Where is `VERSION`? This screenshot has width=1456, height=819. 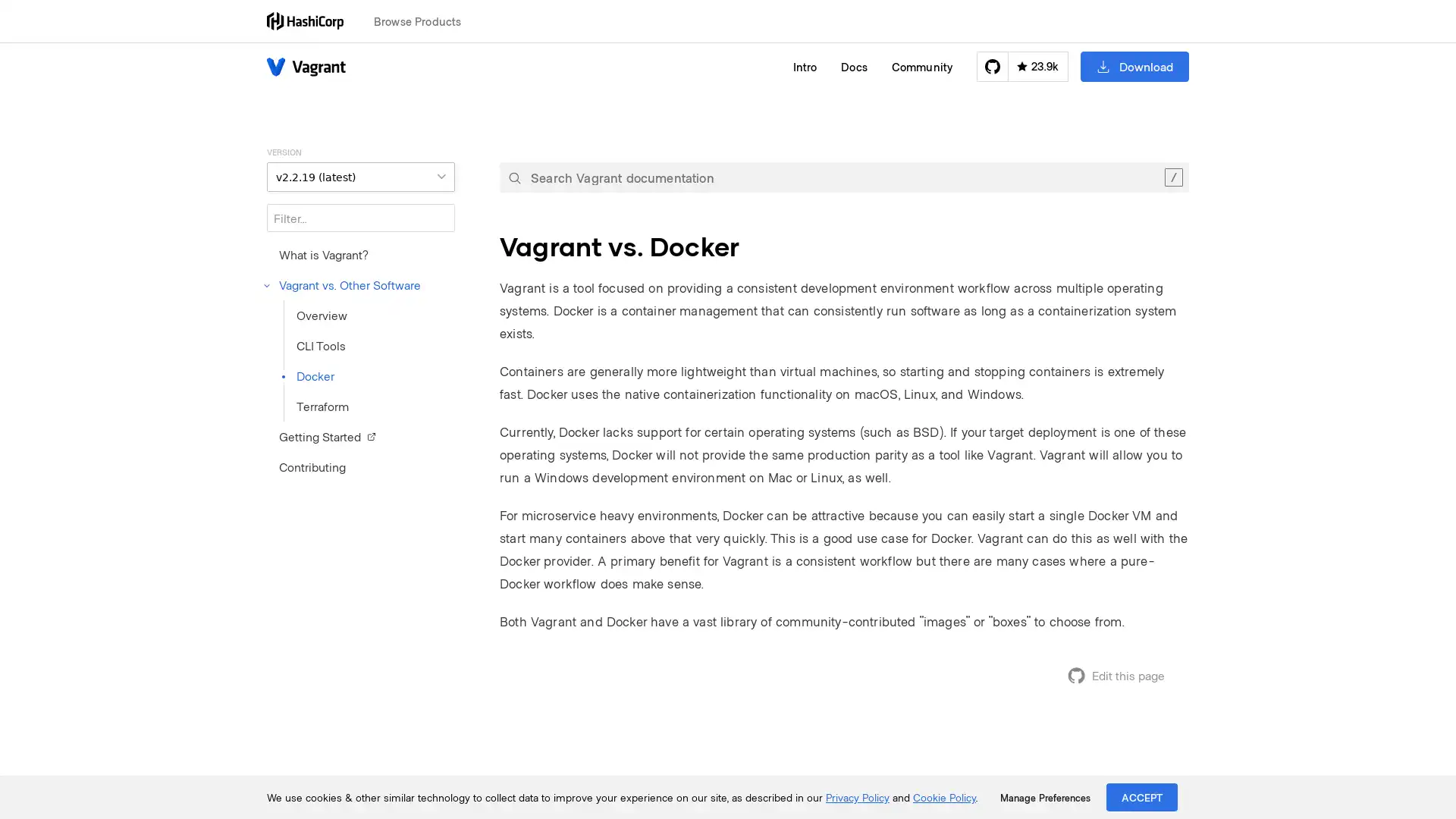 VERSION is located at coordinates (359, 176).